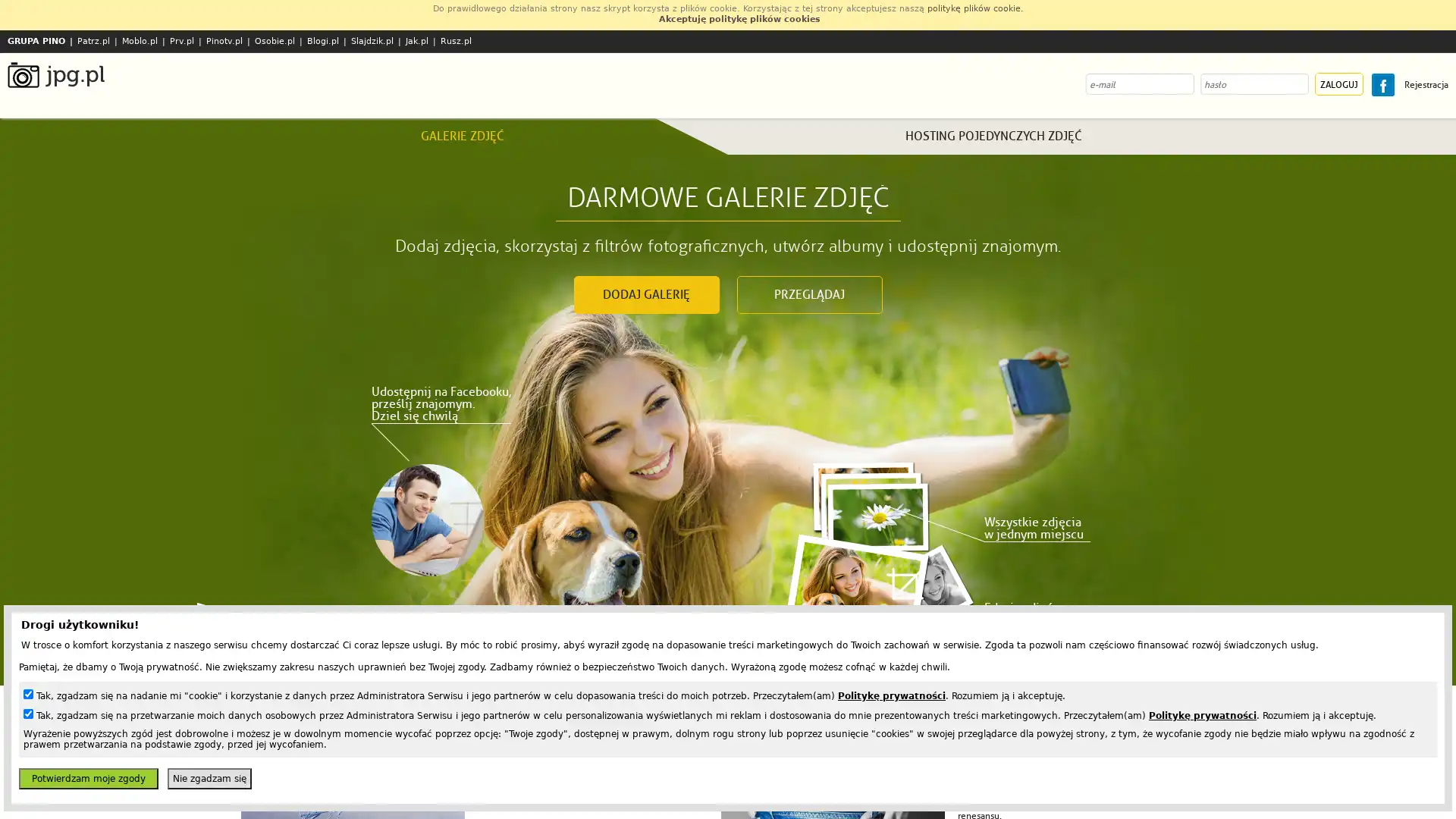  I want to click on Zaloguj, so click(1339, 84).